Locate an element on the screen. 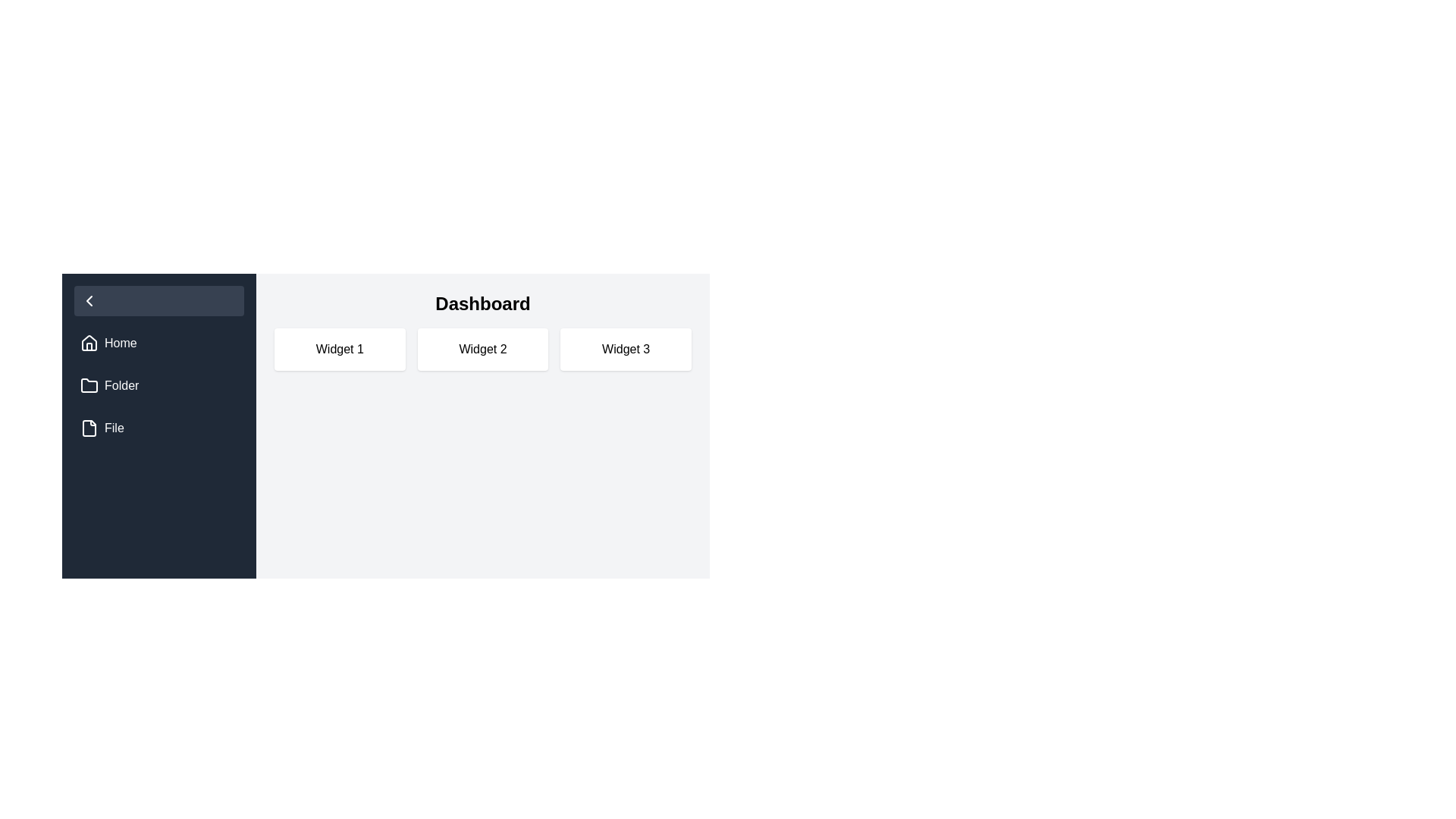 Image resolution: width=1456 pixels, height=819 pixels. the folder icon, which is part of the vertical navigation menu on the left side, located between the 'Home' and 'File' entries and to the left of the 'Folder' text label is located at coordinates (89, 385).